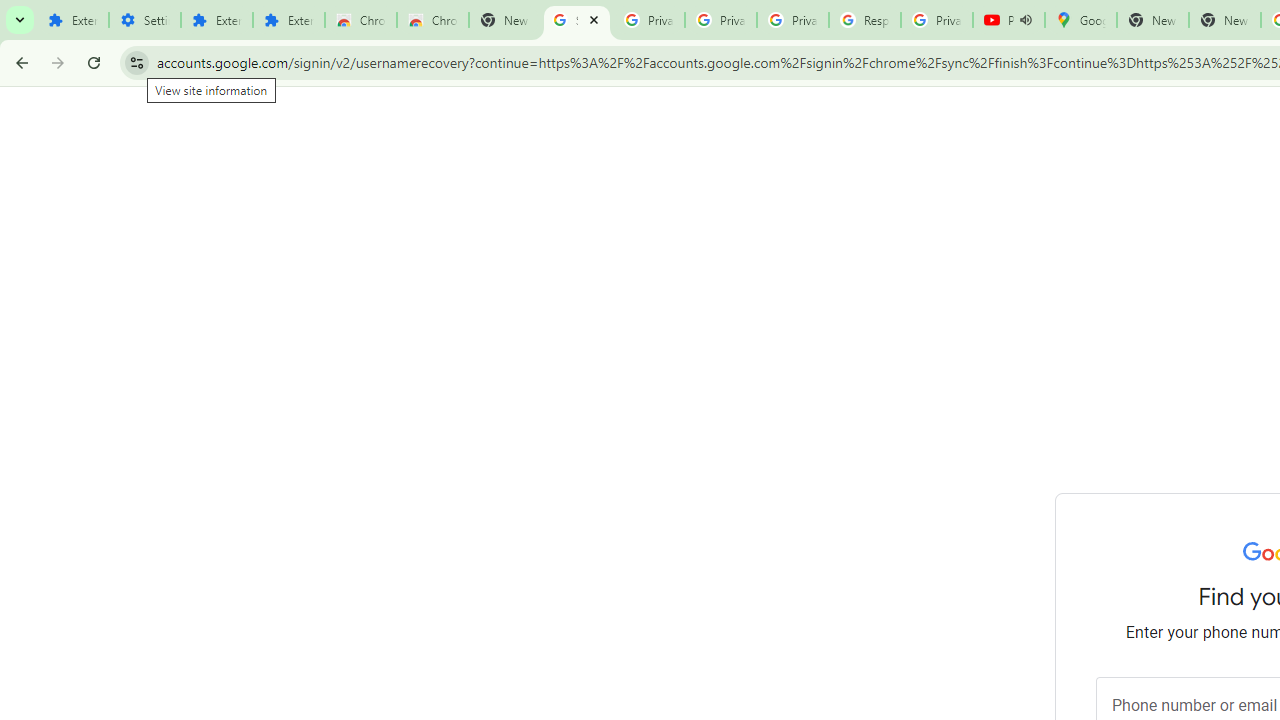 This screenshot has width=1280, height=720. Describe the element at coordinates (360, 20) in the screenshot. I see `'Chrome Web Store'` at that location.